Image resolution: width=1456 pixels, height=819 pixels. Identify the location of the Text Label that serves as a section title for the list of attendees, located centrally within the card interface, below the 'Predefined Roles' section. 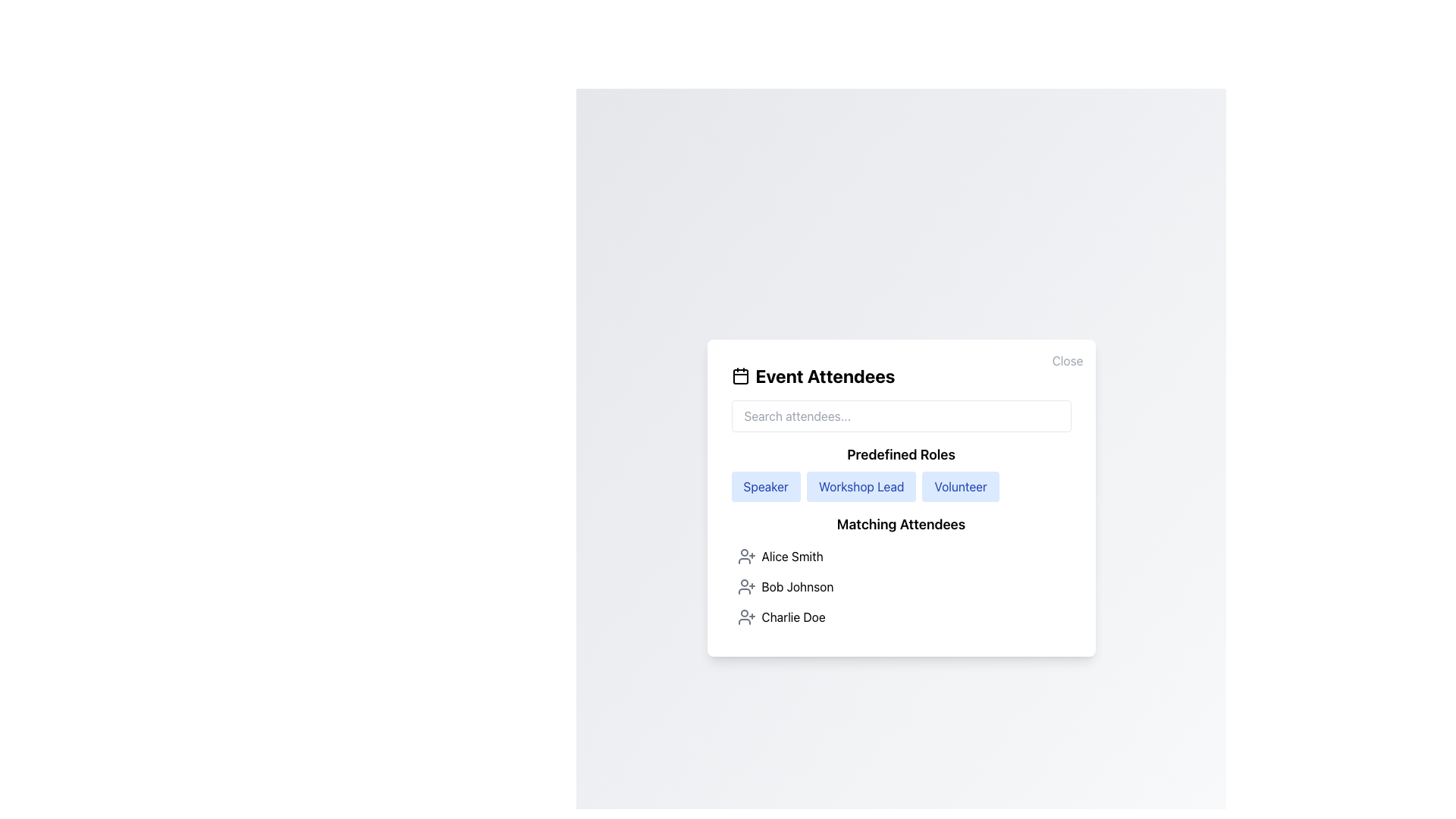
(901, 523).